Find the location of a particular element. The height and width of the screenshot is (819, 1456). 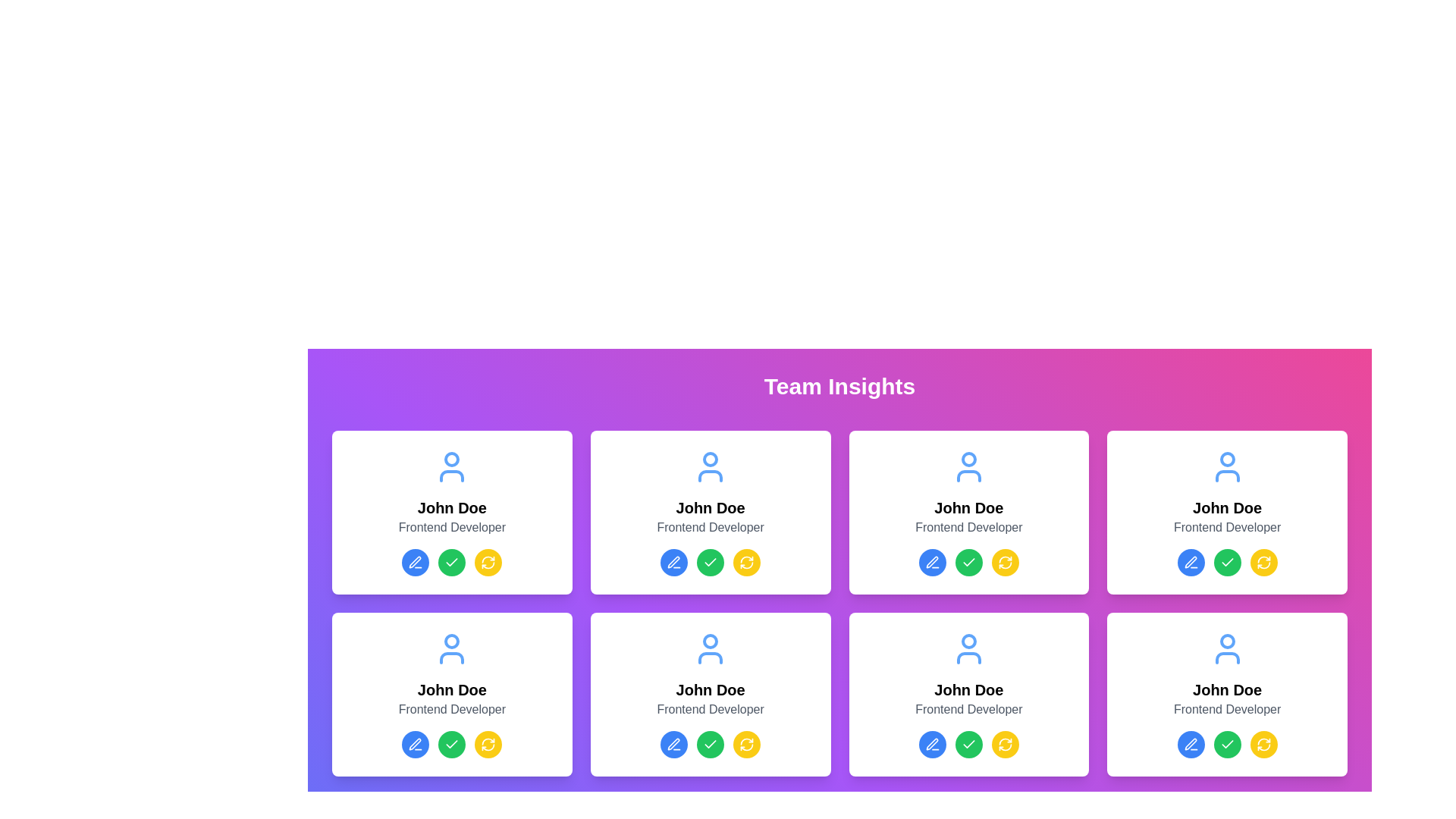

the edit icon located as the first icon in the row of action icons at the bottom of the user profile card is located at coordinates (673, 743).